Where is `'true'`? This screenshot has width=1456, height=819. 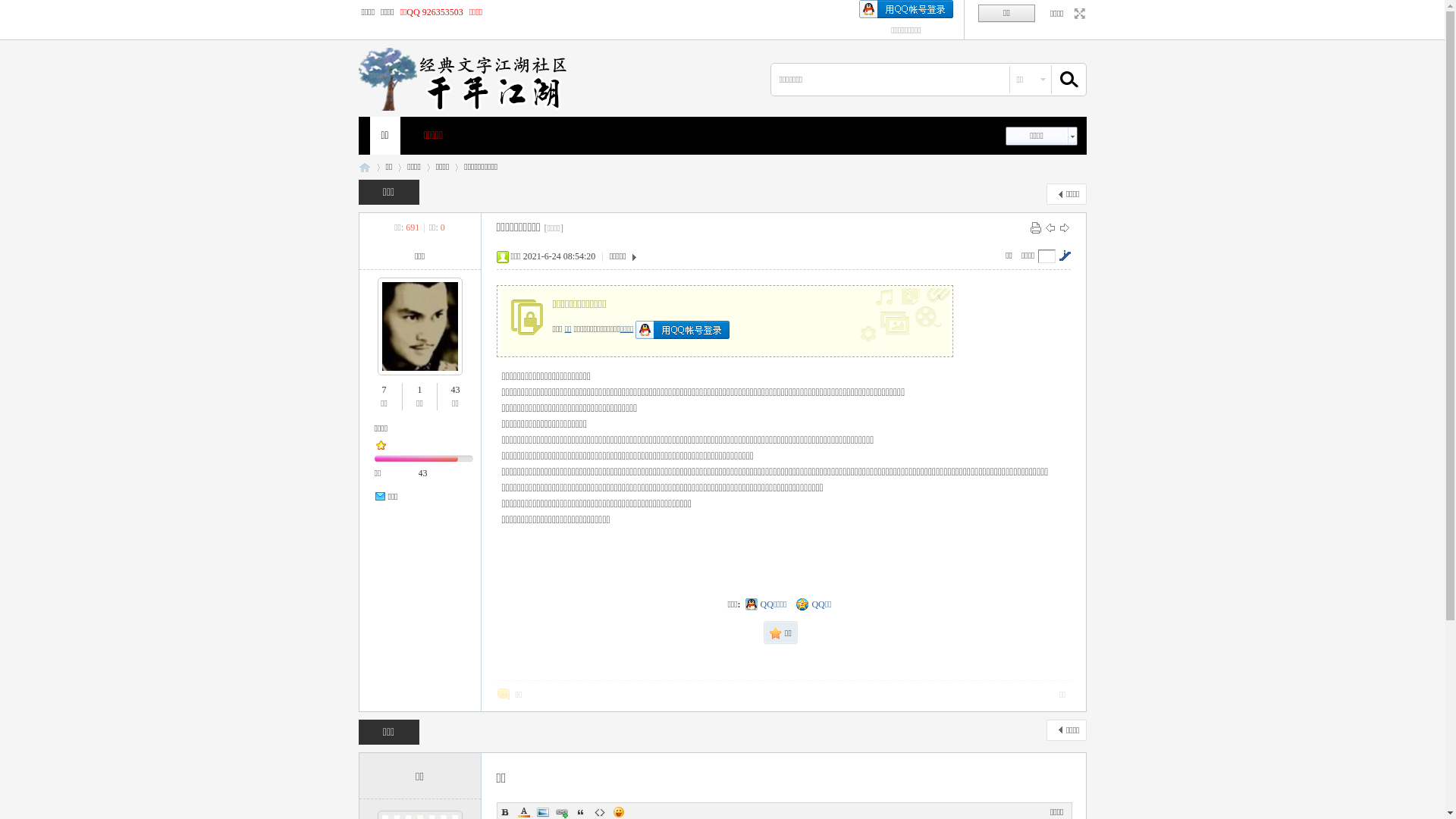
'true' is located at coordinates (1060, 80).